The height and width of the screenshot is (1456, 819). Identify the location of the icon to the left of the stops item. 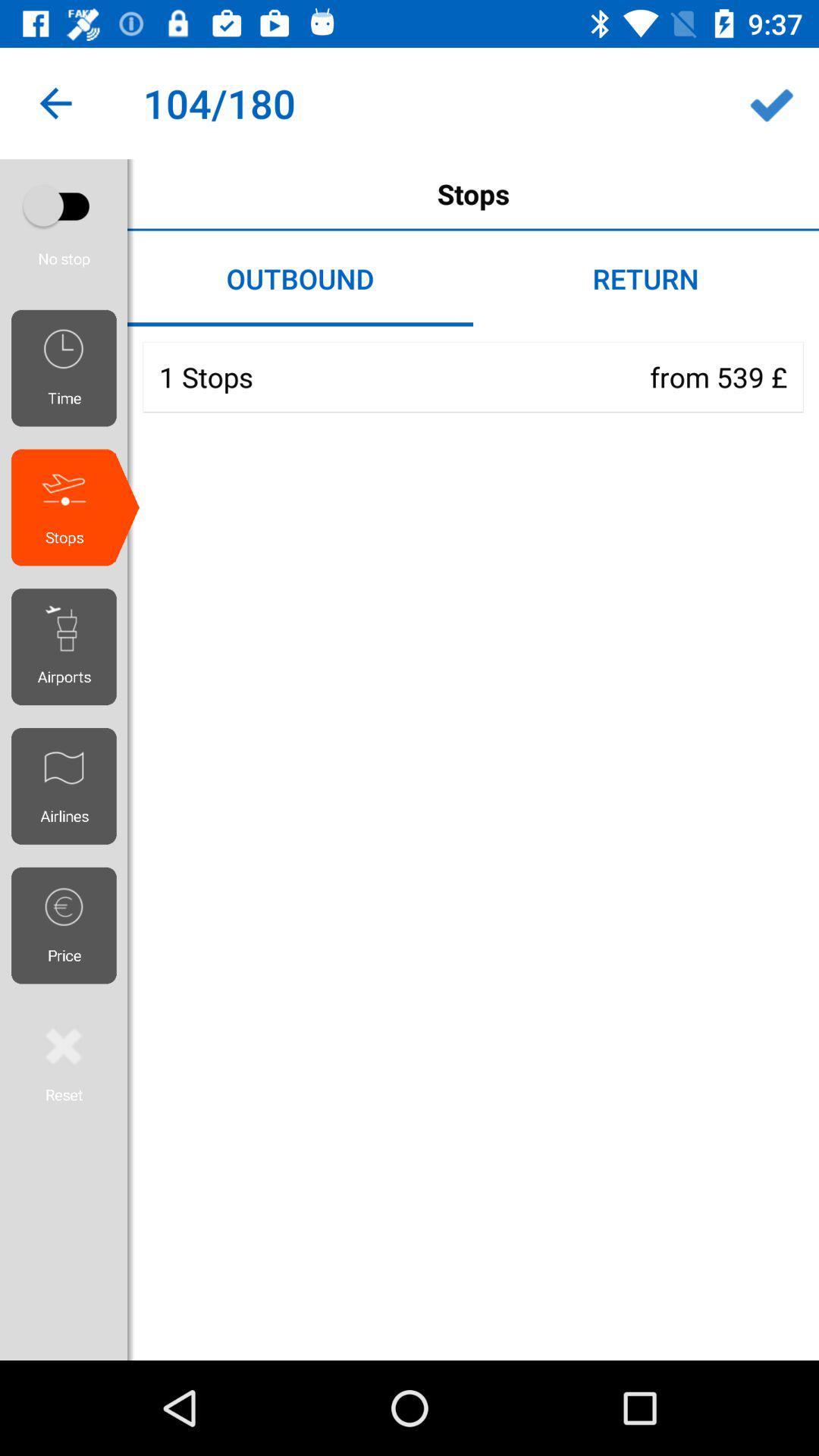
(55, 102).